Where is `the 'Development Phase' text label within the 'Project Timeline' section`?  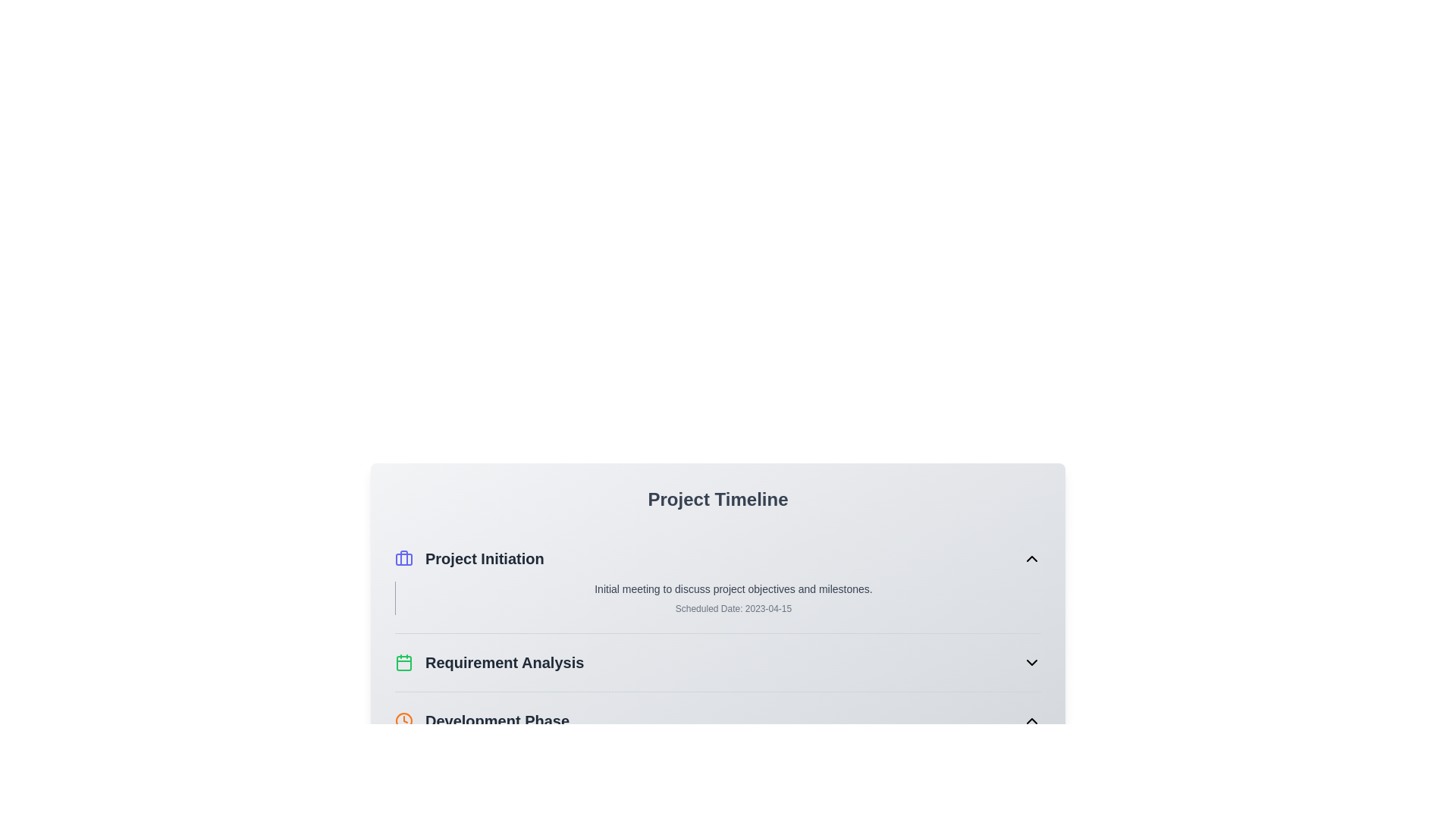 the 'Development Phase' text label within the 'Project Timeline' section is located at coordinates (497, 720).